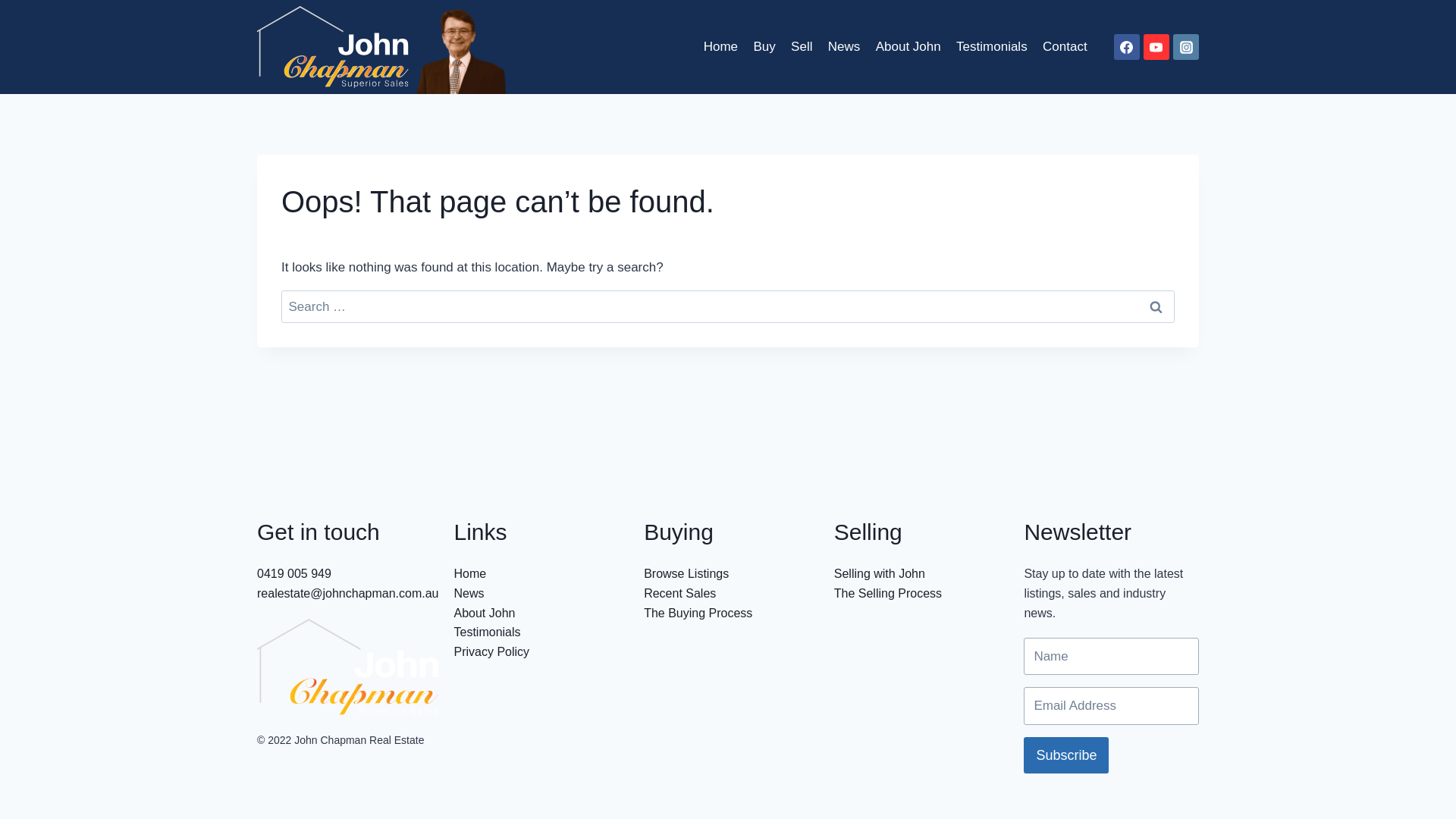 The height and width of the screenshot is (819, 1456). What do you see at coordinates (347, 592) in the screenshot?
I see `'realestate@johnchapman.com.au'` at bounding box center [347, 592].